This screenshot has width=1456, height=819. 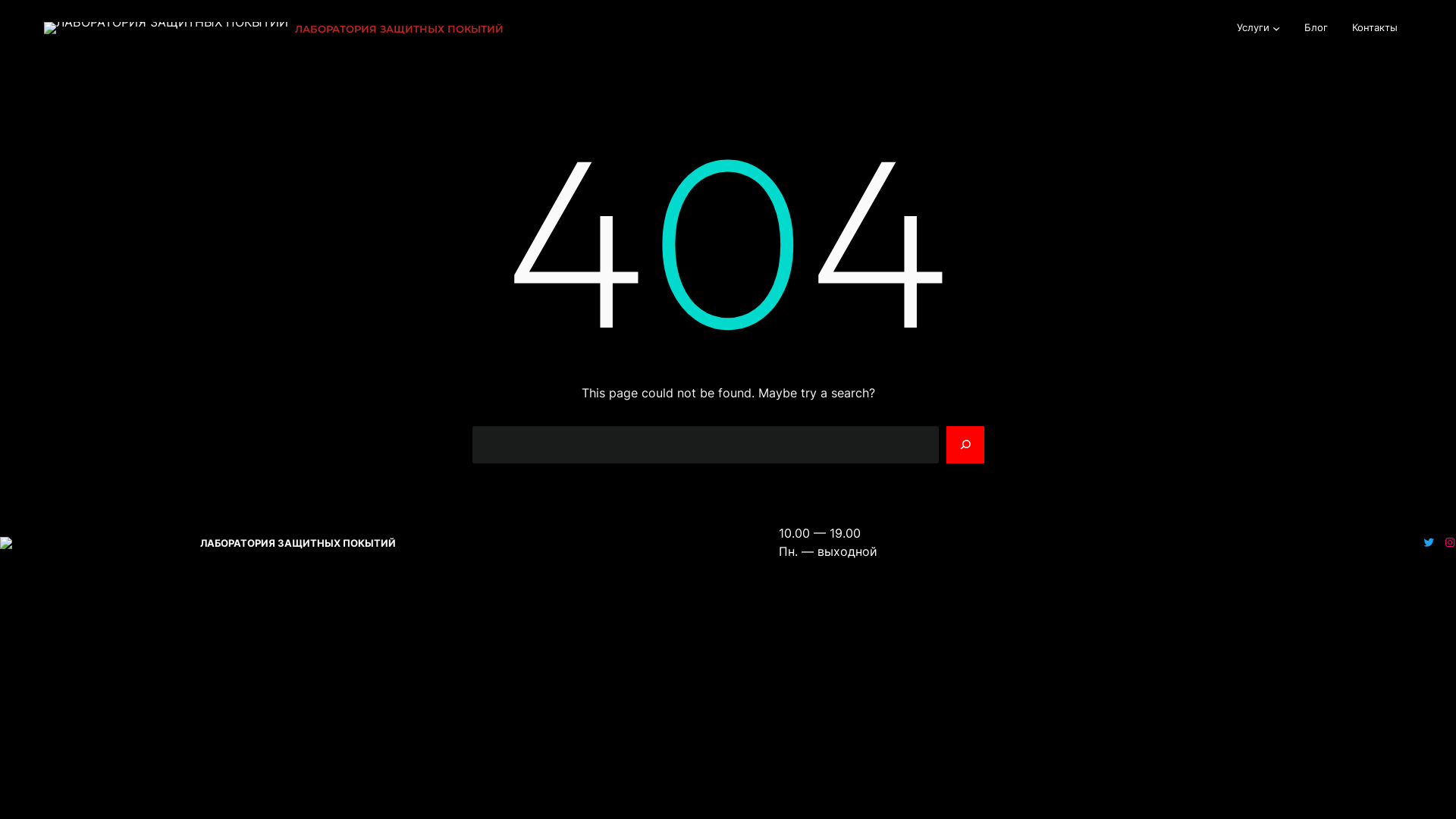 What do you see at coordinates (1427, 541) in the screenshot?
I see `'Twitter'` at bounding box center [1427, 541].